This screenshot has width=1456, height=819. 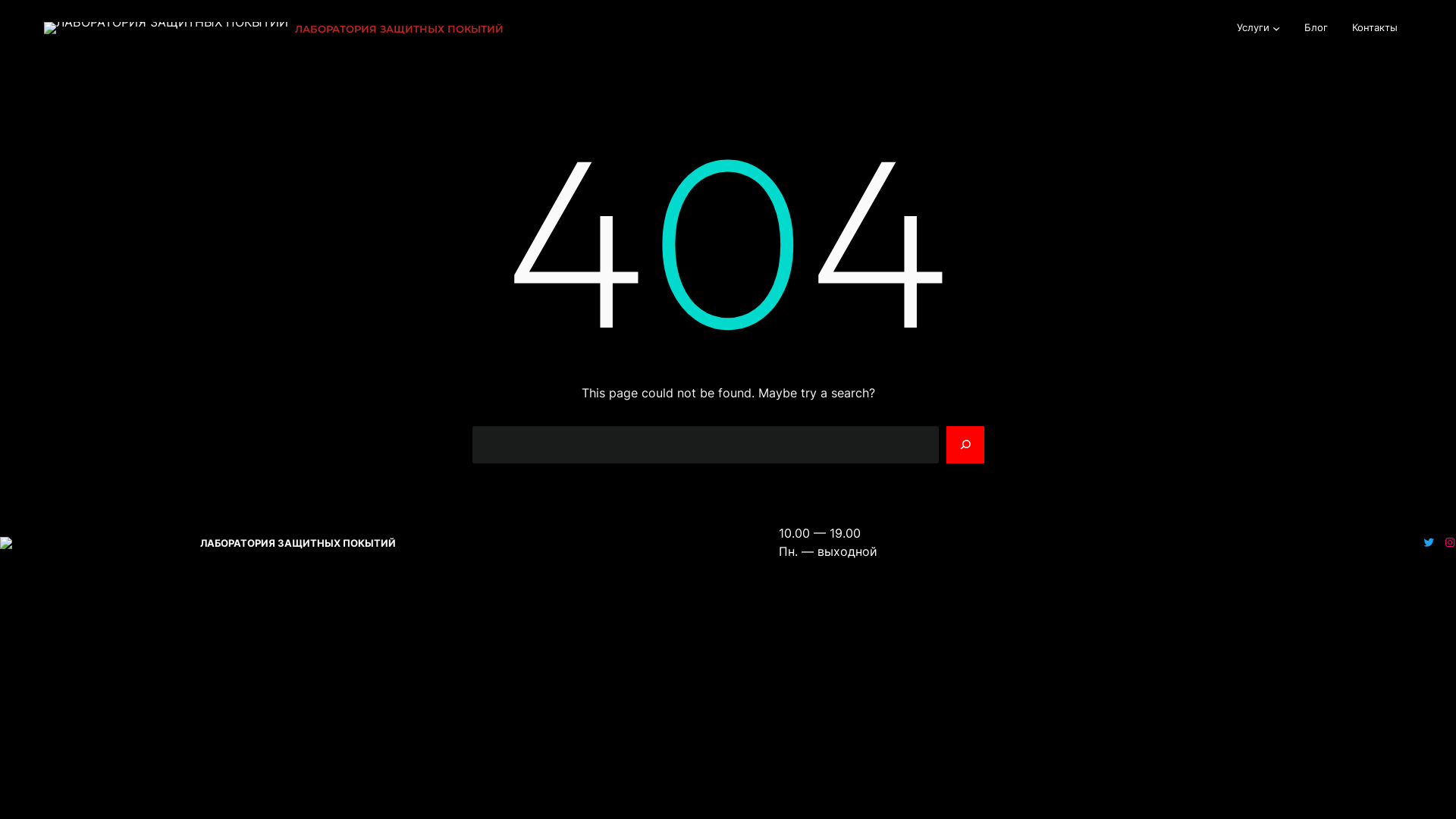 What do you see at coordinates (1427, 541) in the screenshot?
I see `'Twitter'` at bounding box center [1427, 541].